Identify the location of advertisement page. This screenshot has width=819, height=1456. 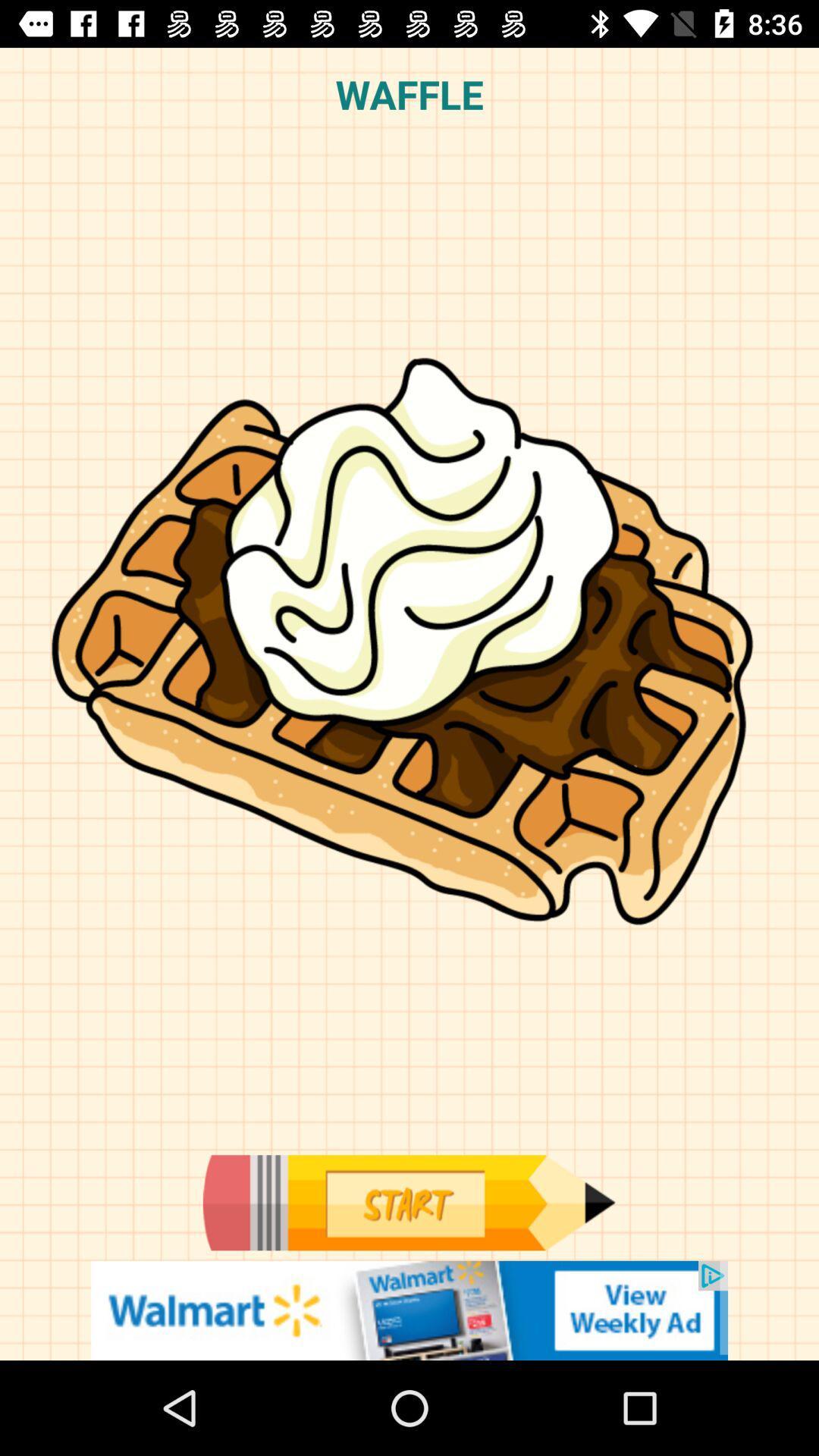
(409, 1310).